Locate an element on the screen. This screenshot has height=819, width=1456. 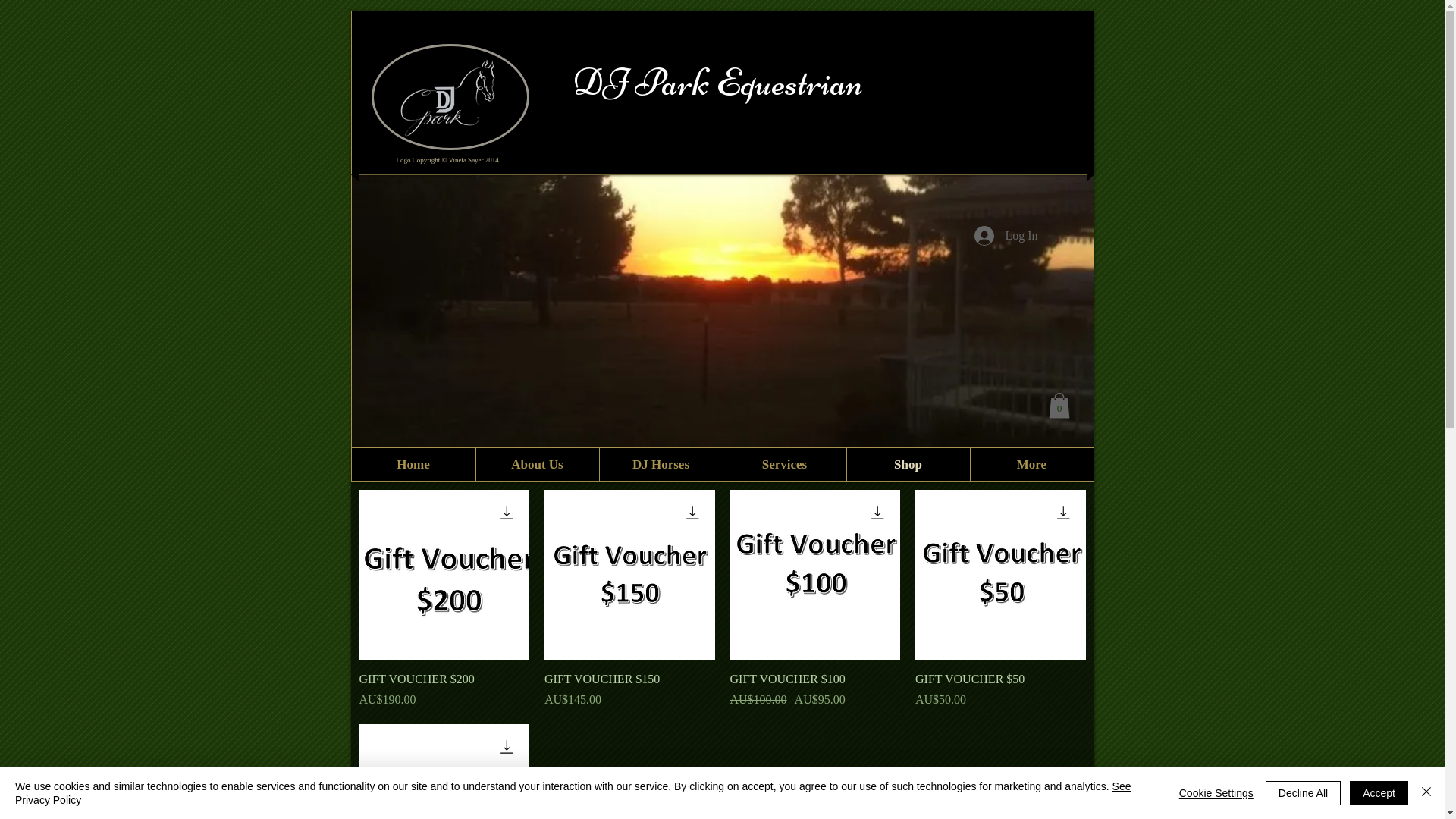
'Services' is located at coordinates (720, 463).